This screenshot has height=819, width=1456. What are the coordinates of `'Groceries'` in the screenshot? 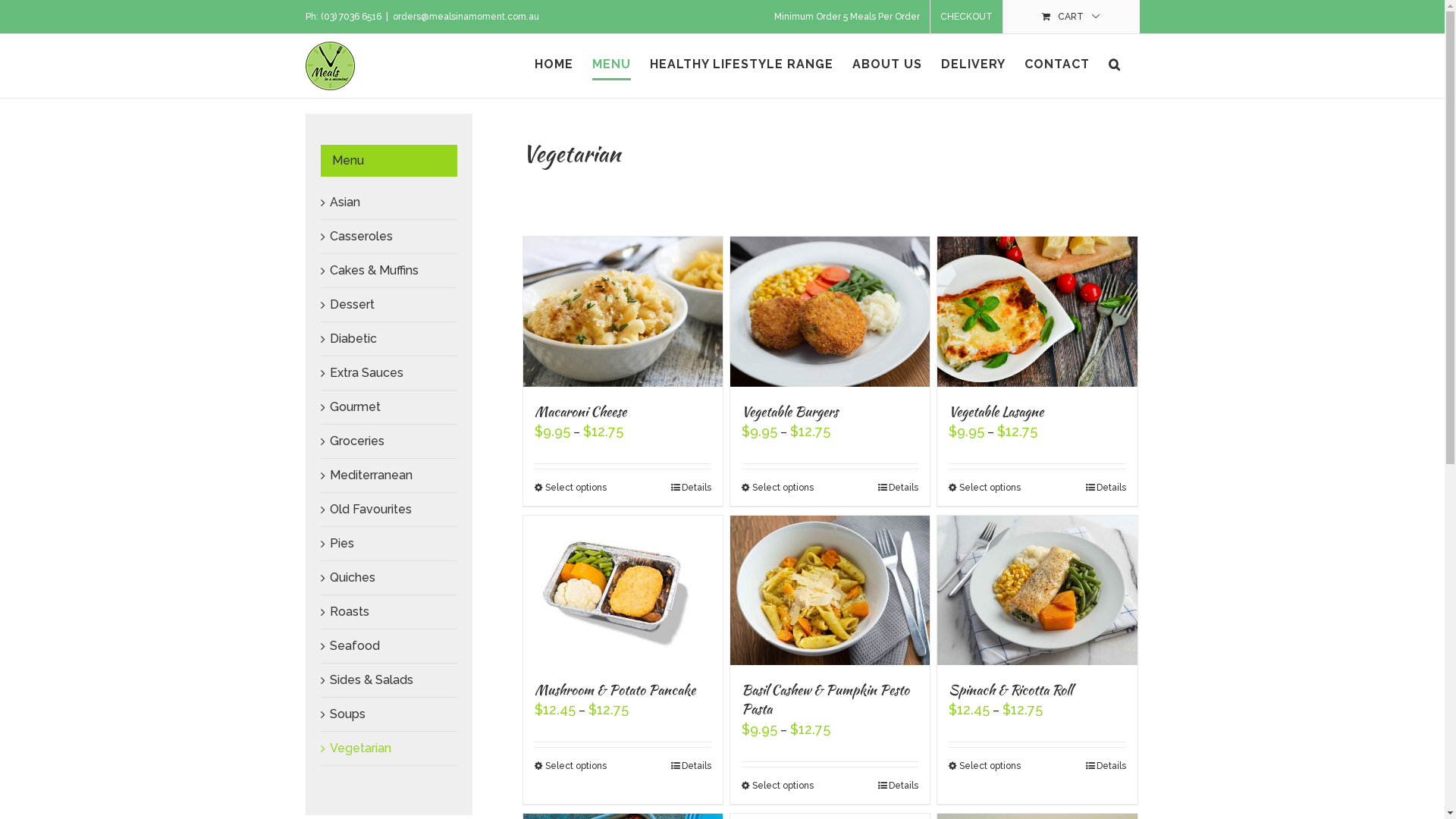 It's located at (356, 441).